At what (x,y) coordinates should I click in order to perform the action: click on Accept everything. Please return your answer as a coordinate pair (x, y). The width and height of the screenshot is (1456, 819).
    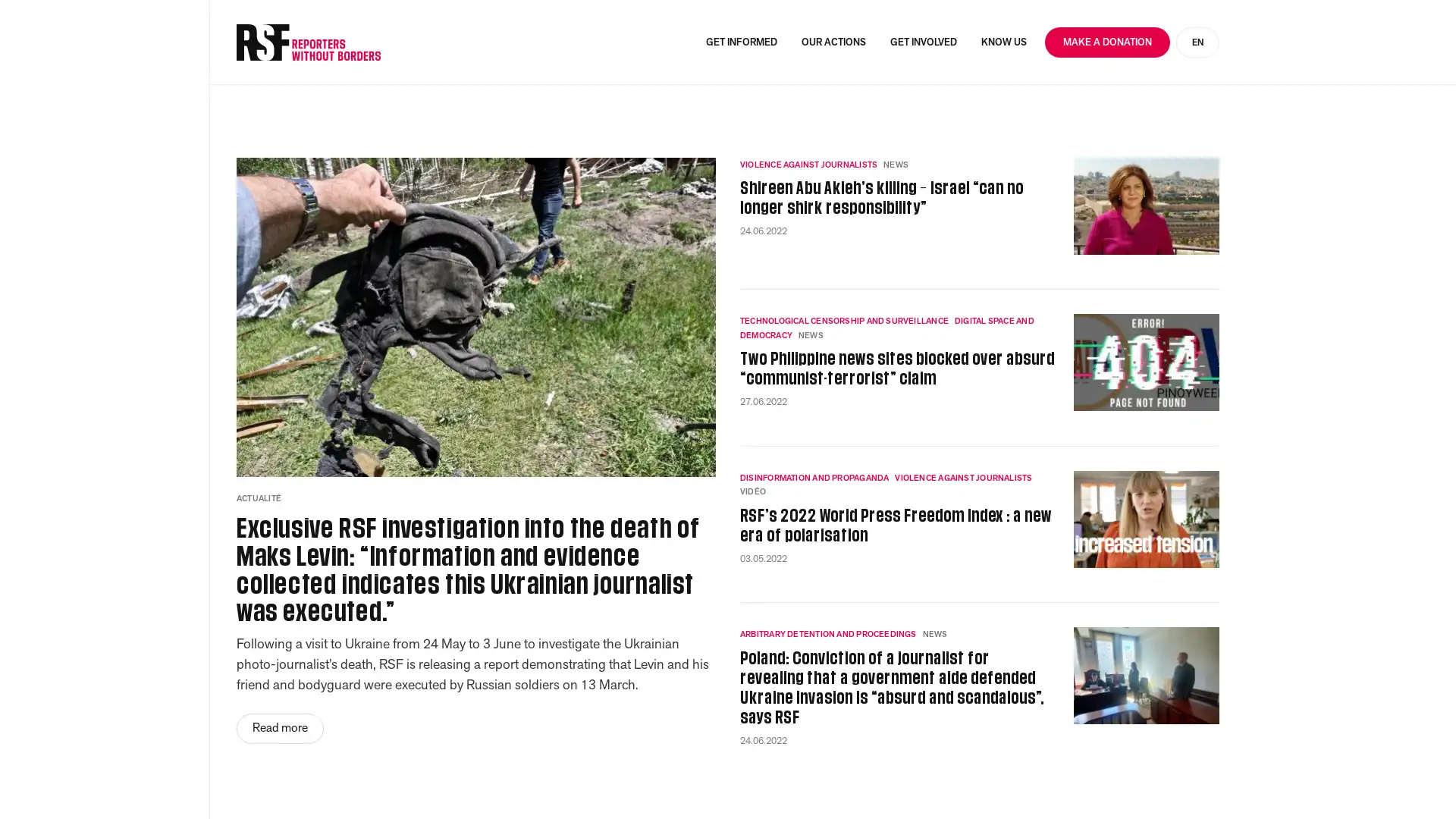
    Looking at the image, I should click on (921, 780).